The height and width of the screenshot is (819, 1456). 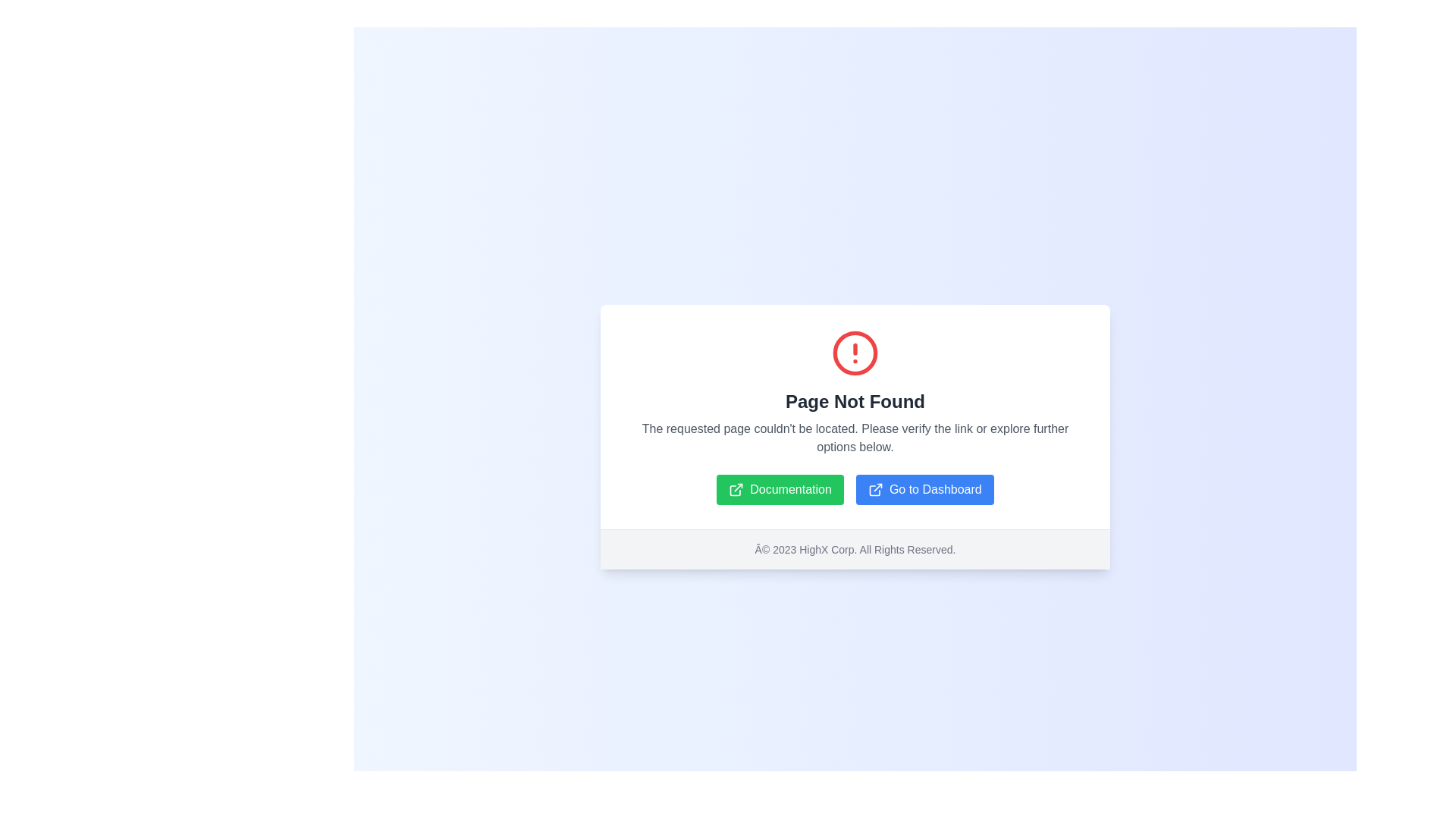 What do you see at coordinates (736, 489) in the screenshot?
I see `the 'Documentation' button that contains the small vector icon of an arrow pointing outward, which is located inside a green rounded rectangle` at bounding box center [736, 489].